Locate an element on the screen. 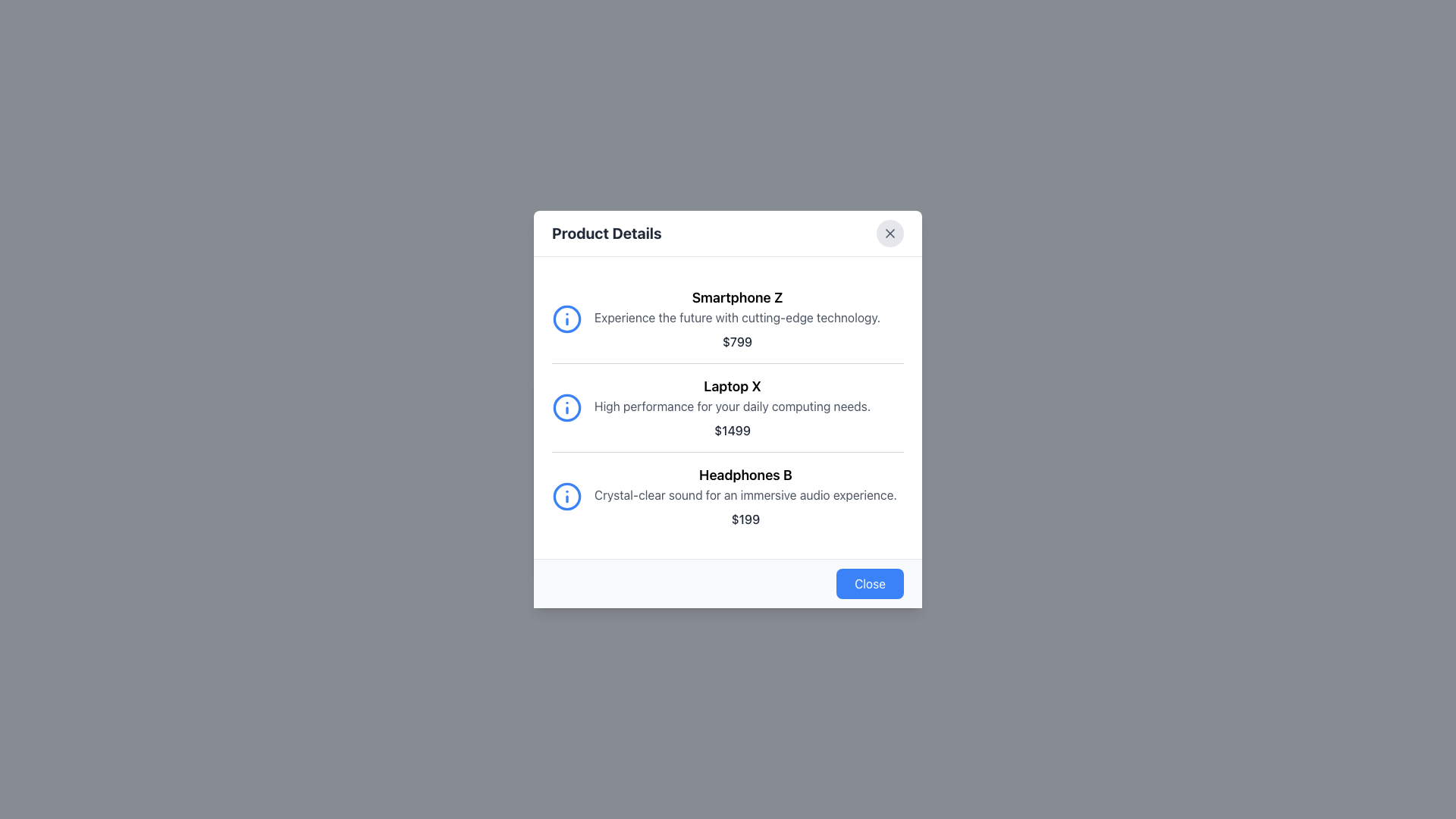  the Information icon located in the dialog box for 'Headphones B', positioned to the left of its title is located at coordinates (566, 497).